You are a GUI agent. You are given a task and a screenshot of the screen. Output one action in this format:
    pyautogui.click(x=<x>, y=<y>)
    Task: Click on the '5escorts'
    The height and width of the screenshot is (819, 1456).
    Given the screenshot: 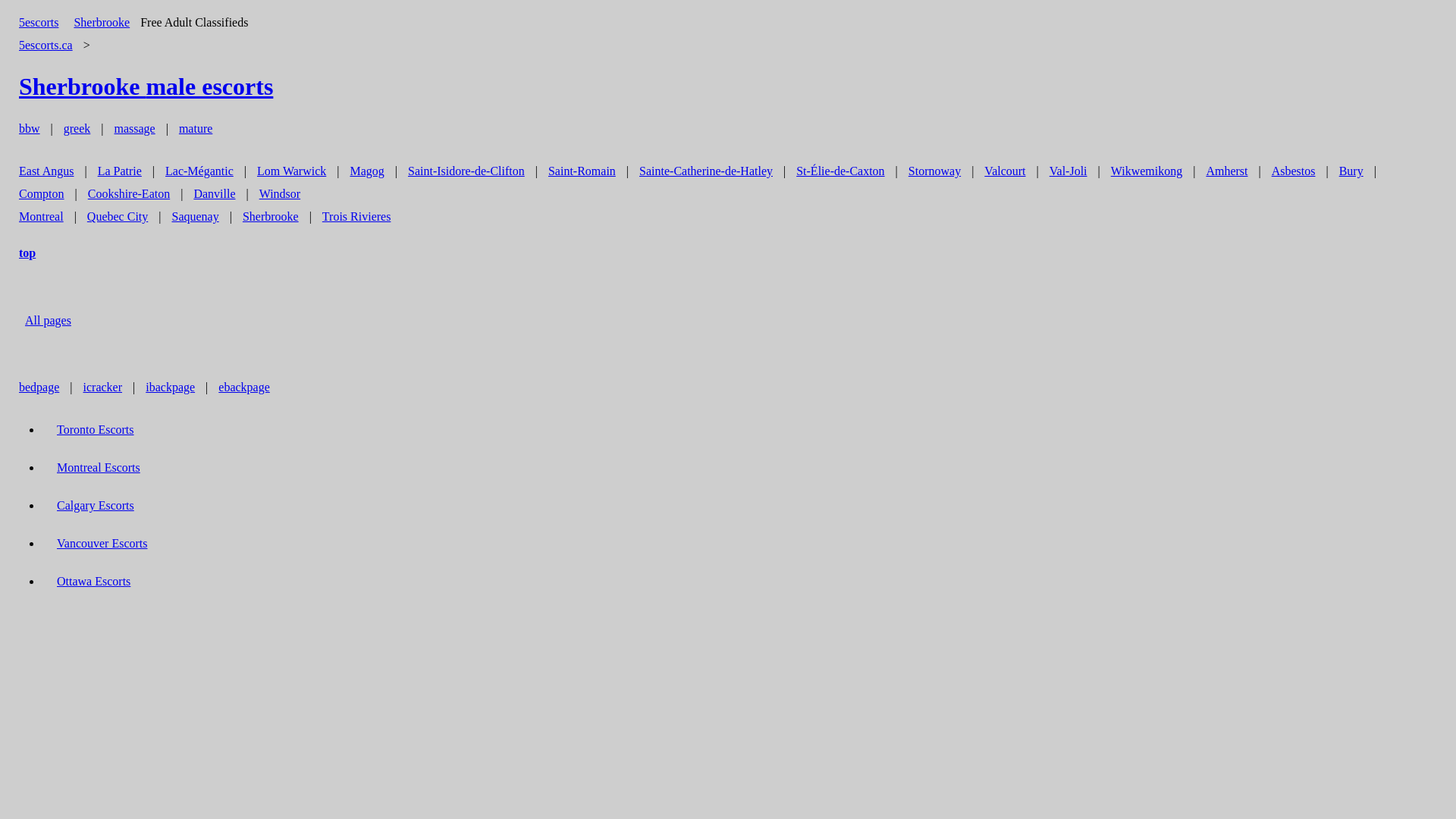 What is the action you would take?
    pyautogui.click(x=39, y=22)
    